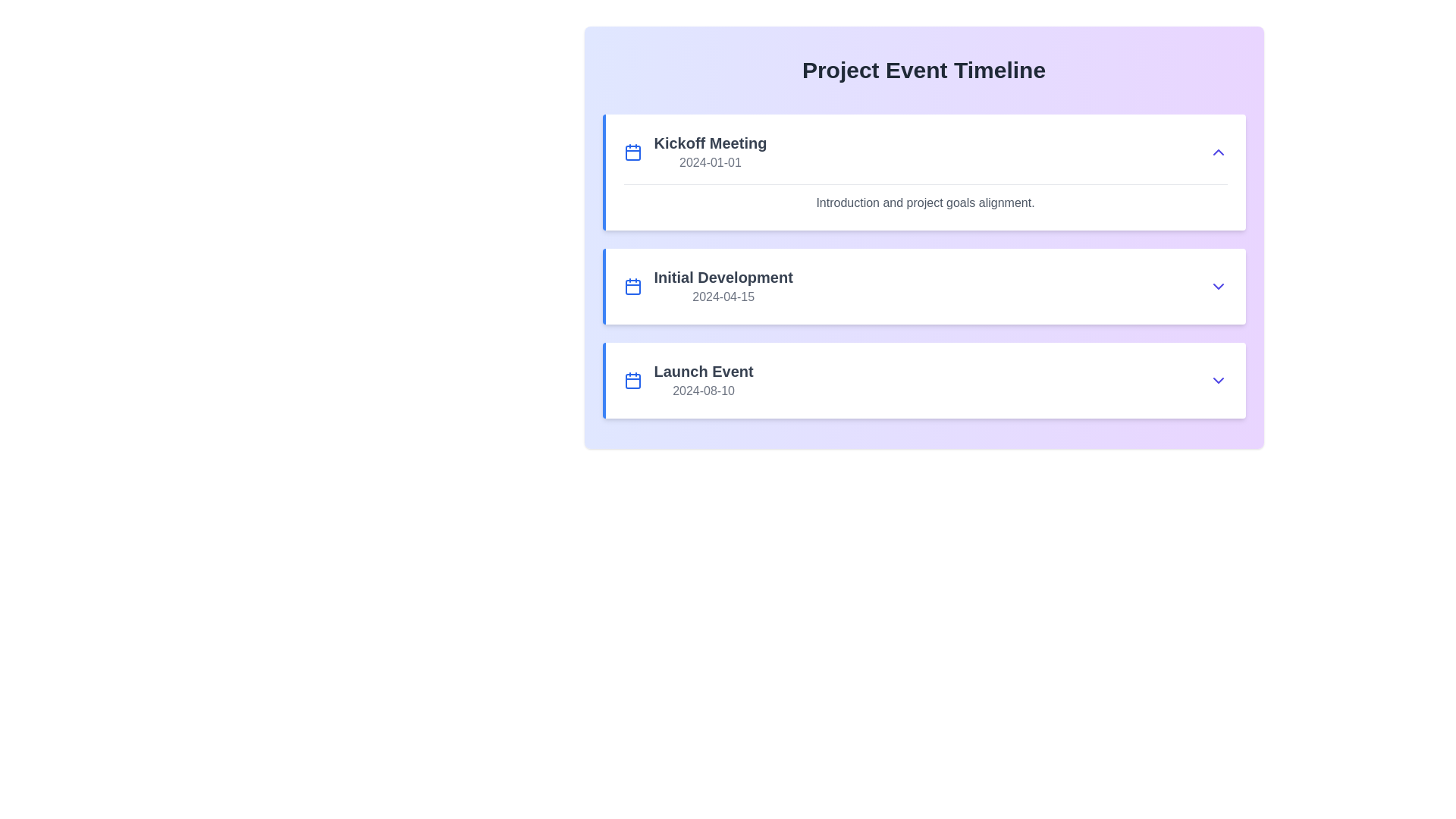 This screenshot has width=1456, height=819. What do you see at coordinates (924, 379) in the screenshot?
I see `the dropdown arrow on the third event information card in the Project Event Timeline` at bounding box center [924, 379].